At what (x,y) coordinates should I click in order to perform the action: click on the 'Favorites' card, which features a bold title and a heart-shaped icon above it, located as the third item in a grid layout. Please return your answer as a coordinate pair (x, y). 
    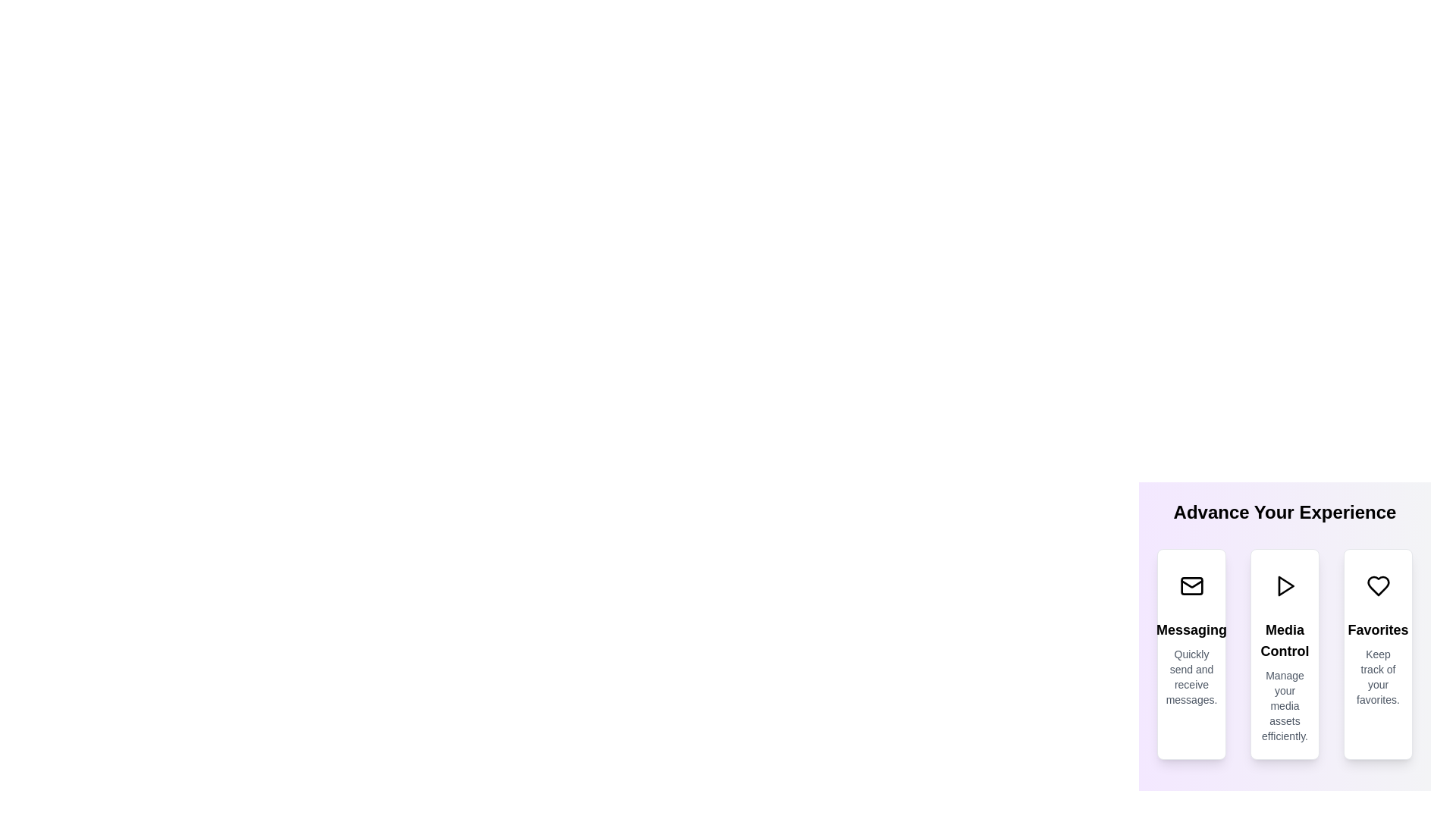
    Looking at the image, I should click on (1378, 654).